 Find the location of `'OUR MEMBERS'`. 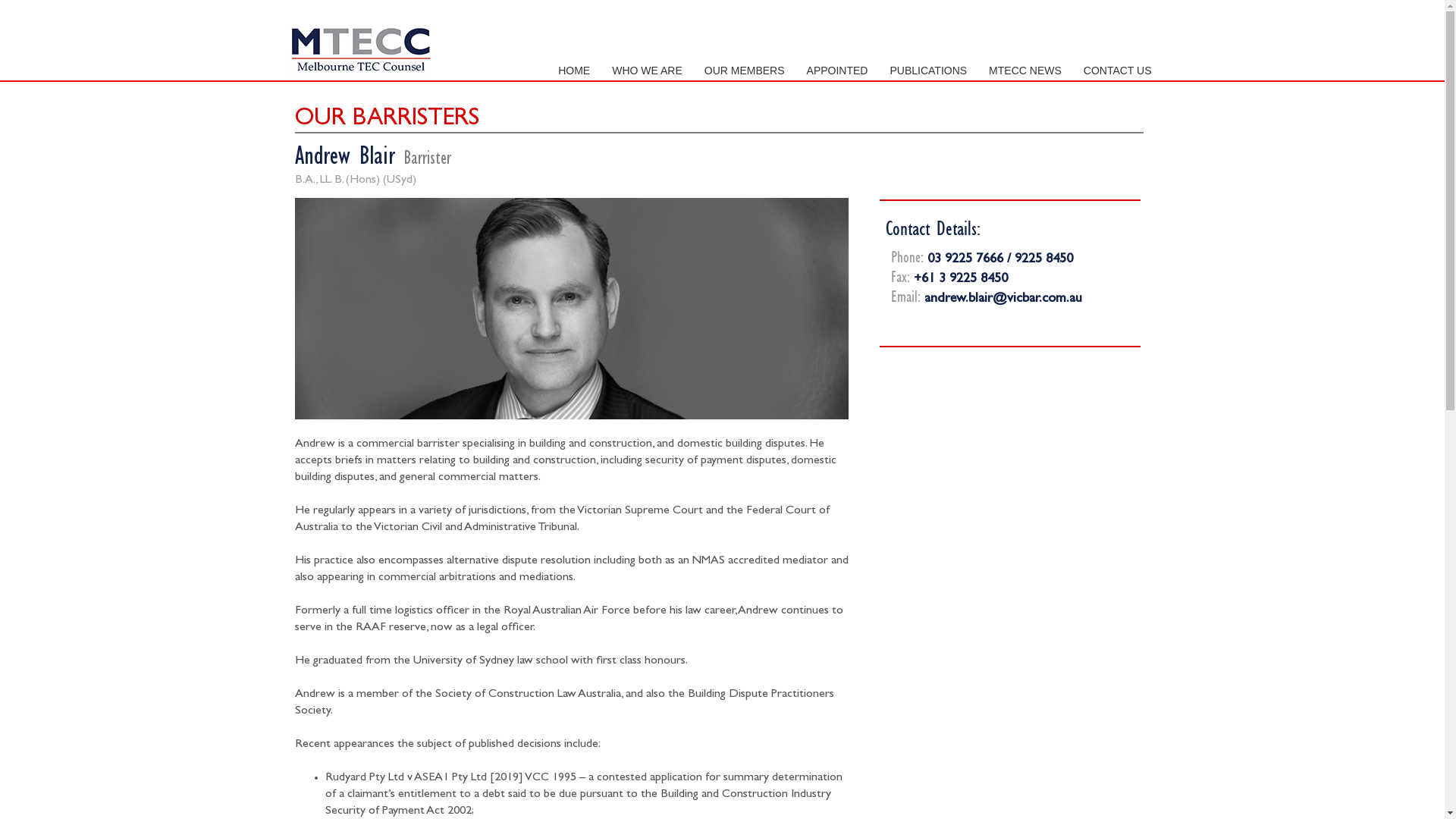

'OUR MEMBERS' is located at coordinates (745, 70).